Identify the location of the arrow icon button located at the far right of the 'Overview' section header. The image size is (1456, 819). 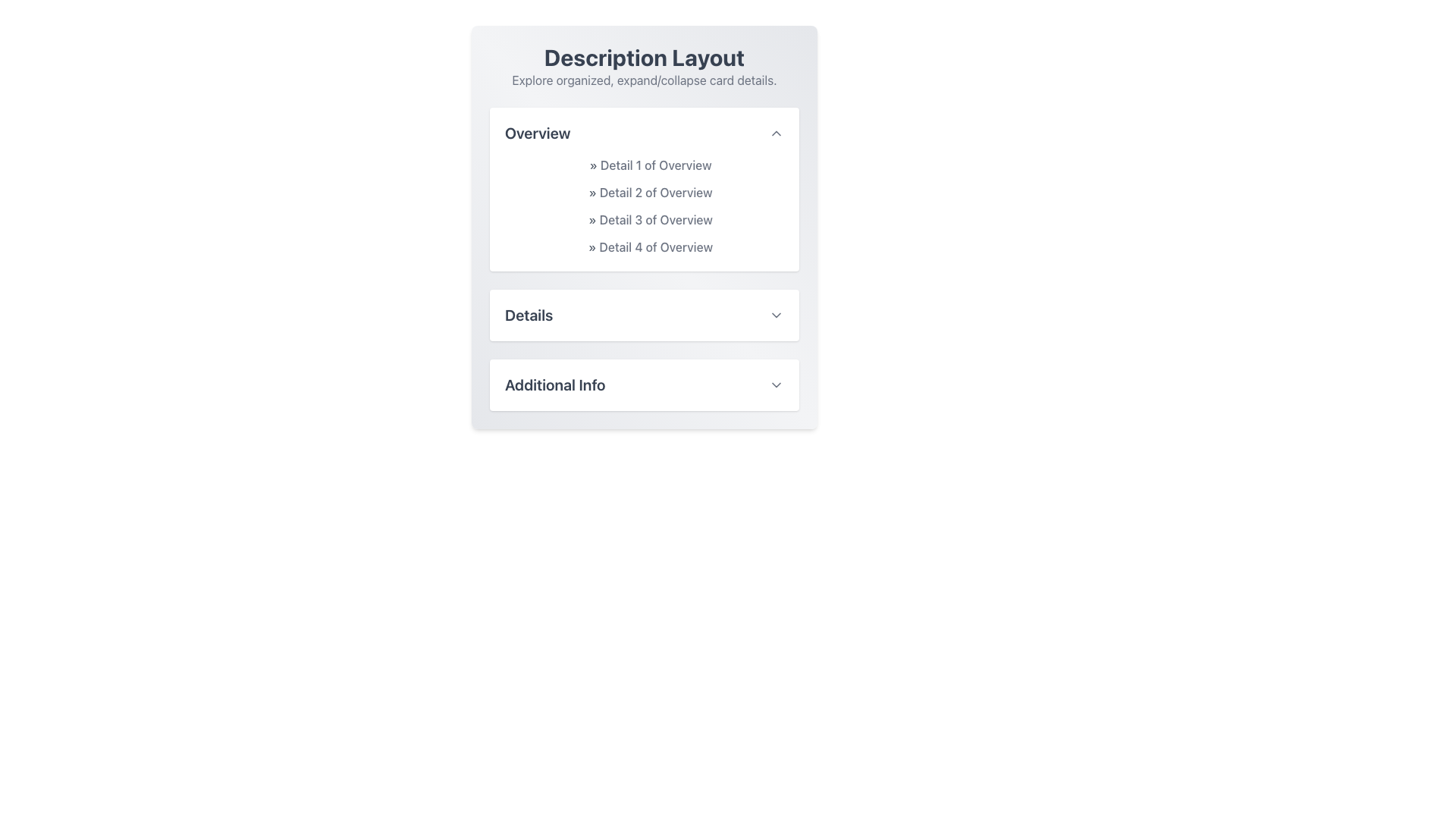
(776, 133).